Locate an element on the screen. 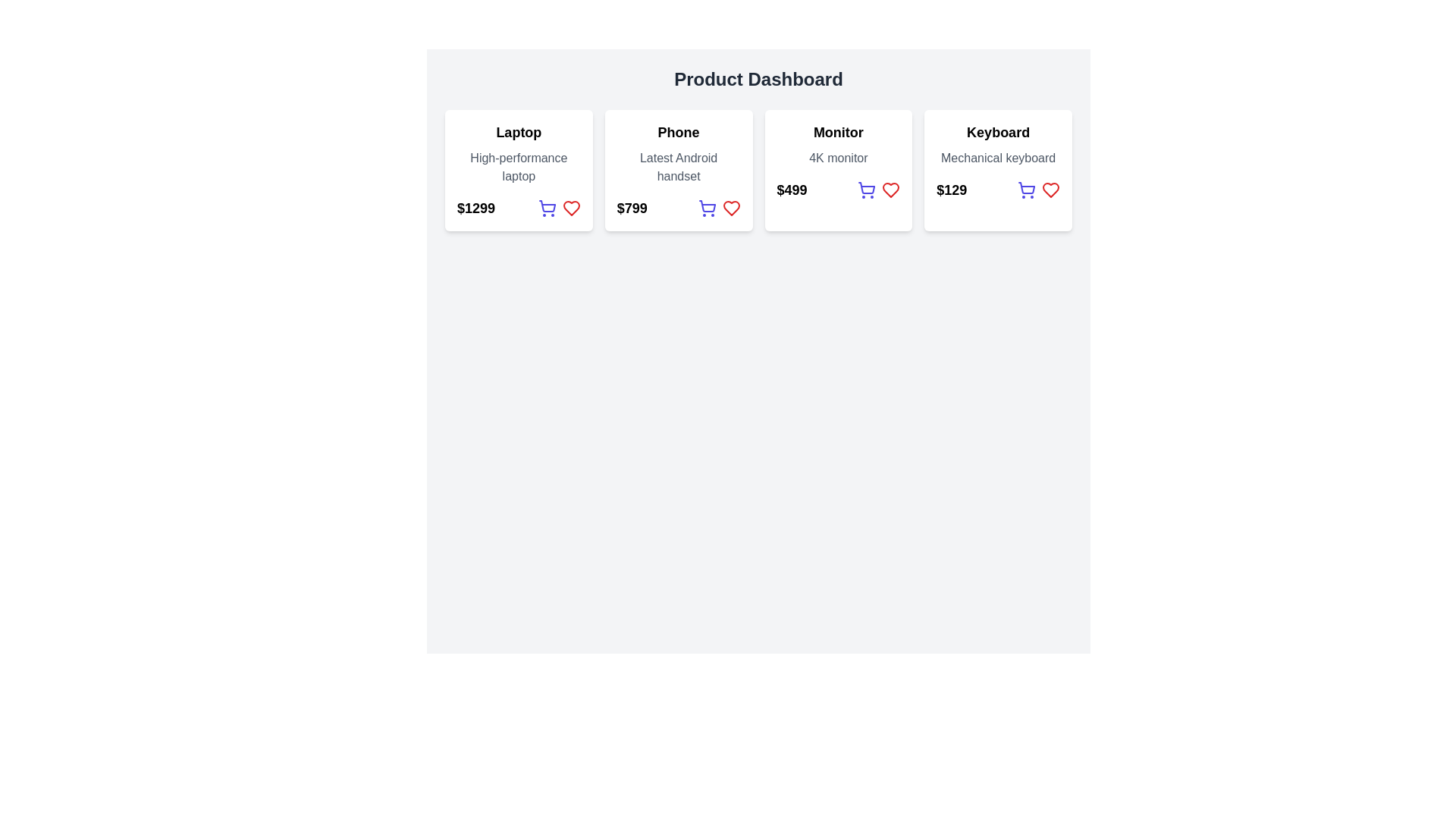 The image size is (1456, 819). the static text element reading 'Mechanical keyboard', which is styled in a subdued gray font and positioned below the bold 'Keyboard' heading in the fourth product card is located at coordinates (998, 158).